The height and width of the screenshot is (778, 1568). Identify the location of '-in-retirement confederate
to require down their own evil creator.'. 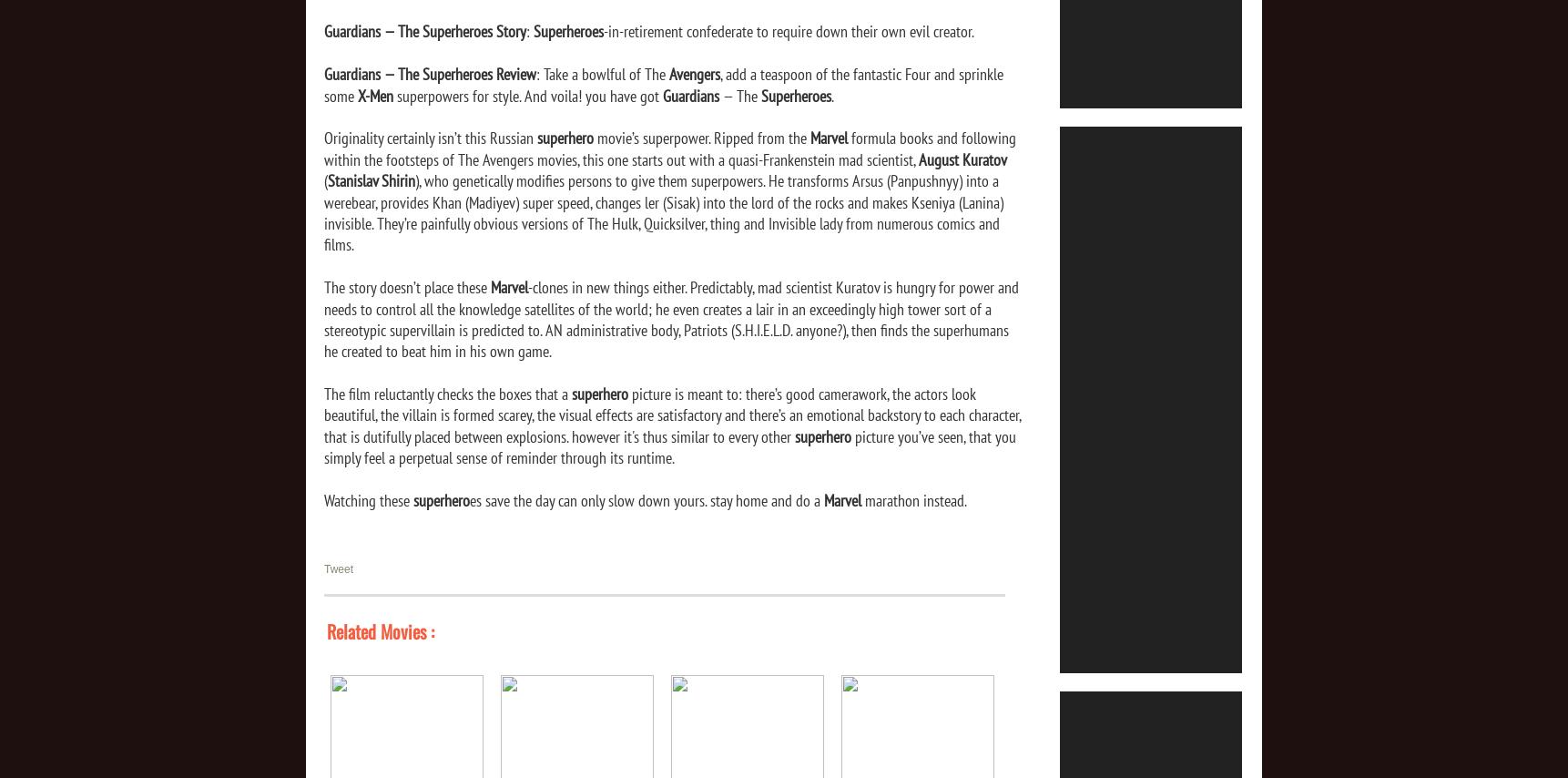
(789, 31).